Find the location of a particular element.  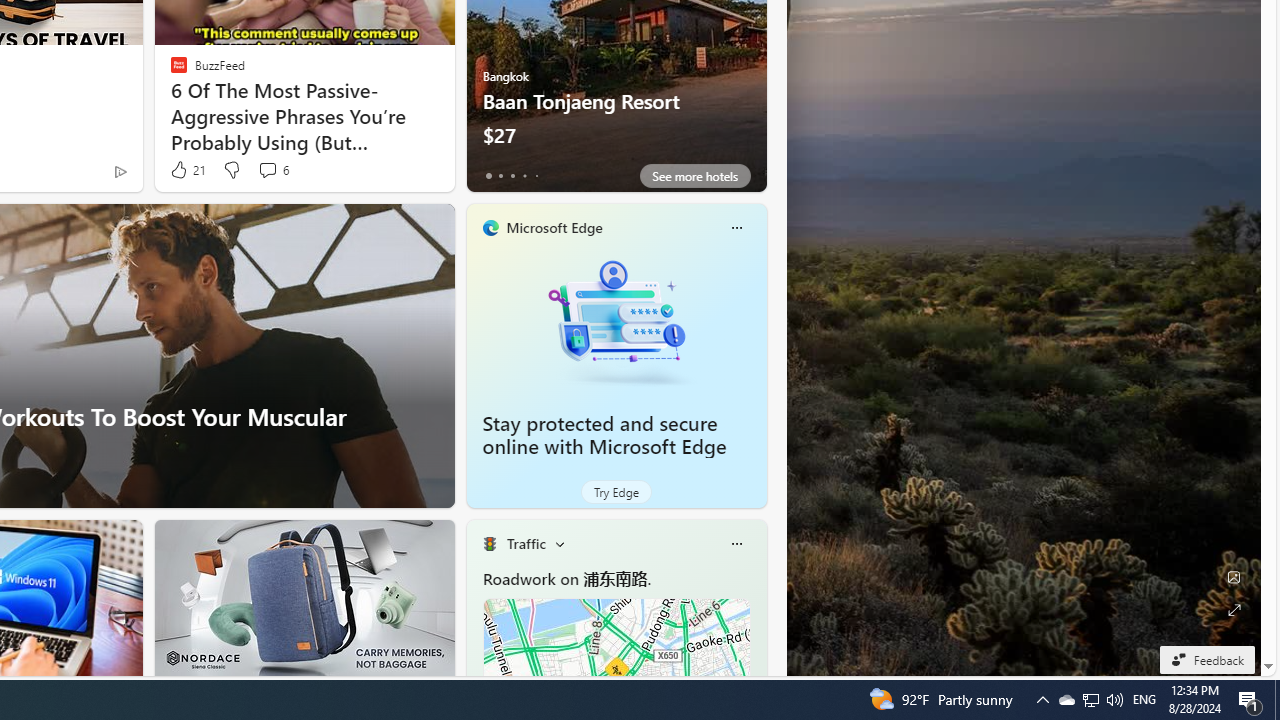

'View comments 6 Comment' is located at coordinates (272, 169).